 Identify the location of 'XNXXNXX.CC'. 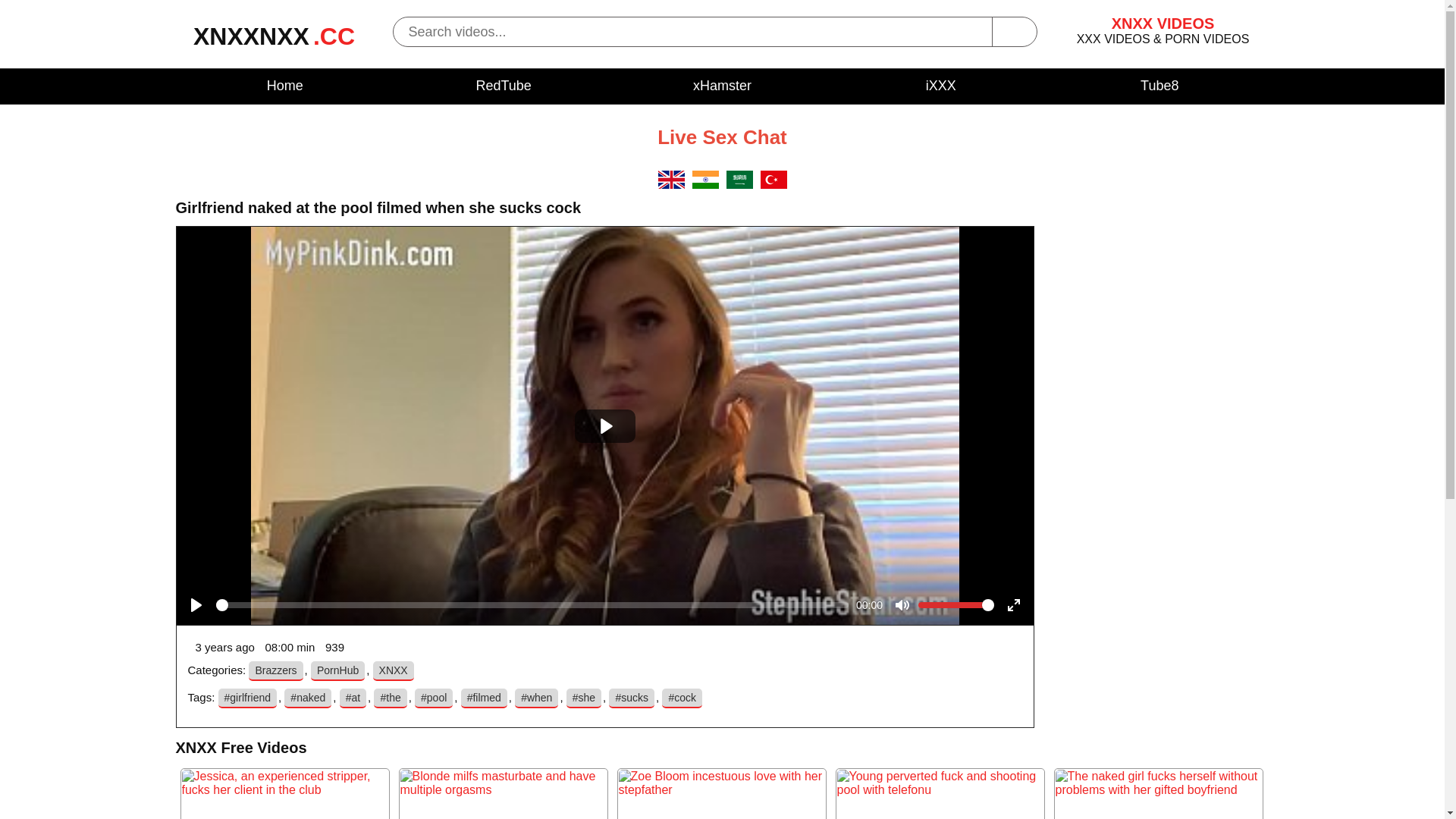
(274, 40).